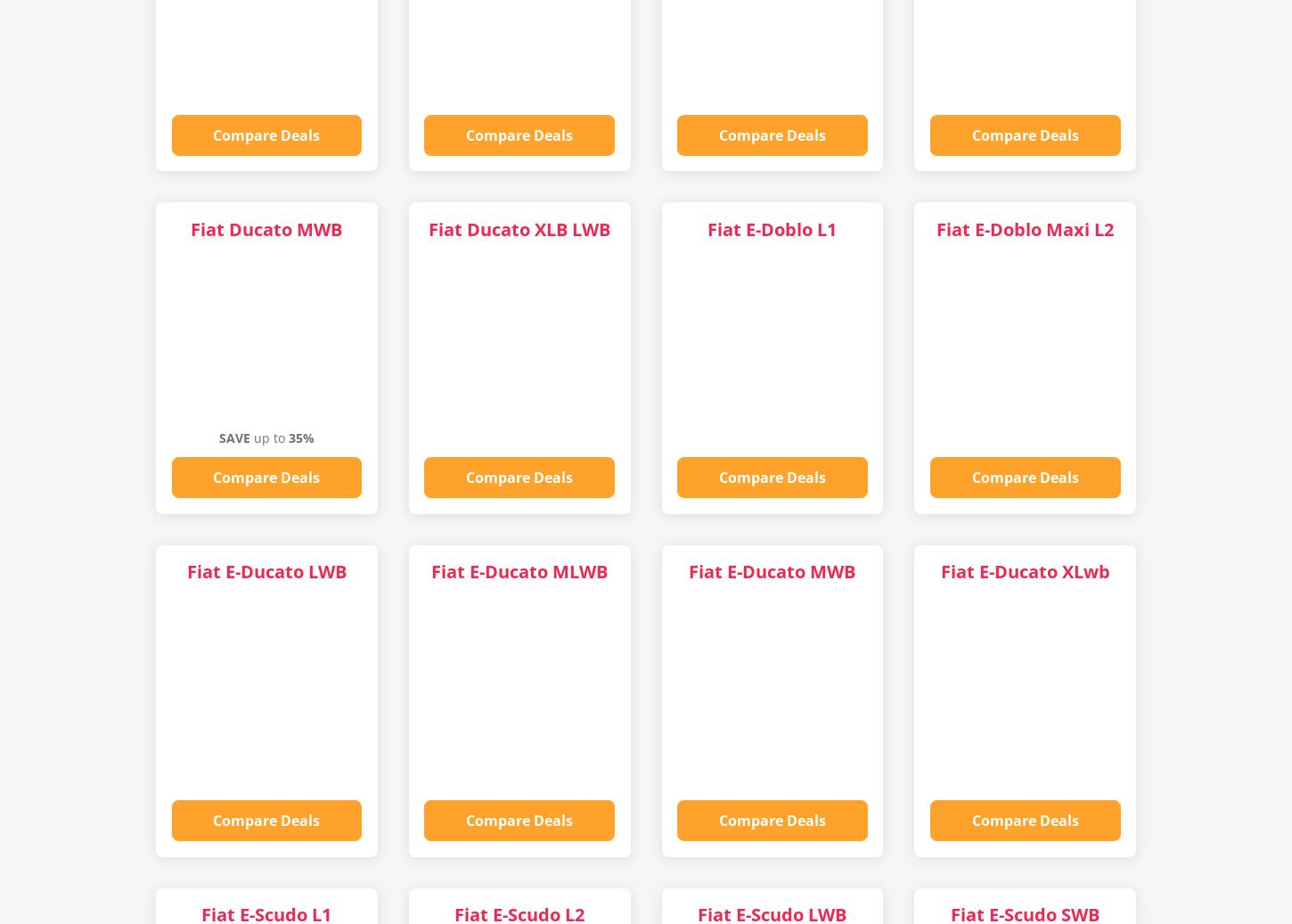 The image size is (1292, 924). What do you see at coordinates (519, 571) in the screenshot?
I see `'Fiat E-Ducato MLWB'` at bounding box center [519, 571].